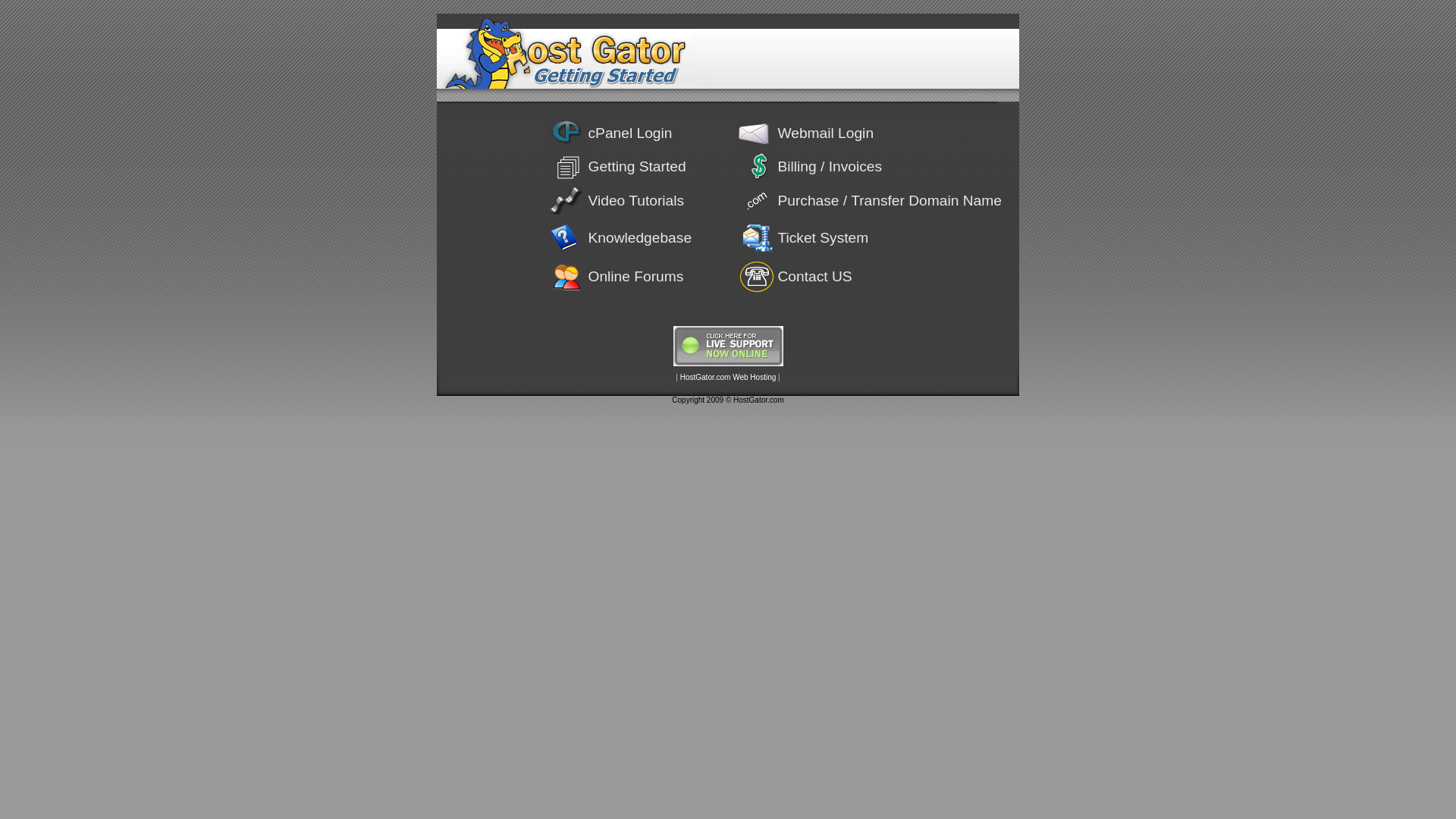 Image resolution: width=1456 pixels, height=819 pixels. Describe the element at coordinates (777, 199) in the screenshot. I see `'Purchase / Transfer Domain Name'` at that location.